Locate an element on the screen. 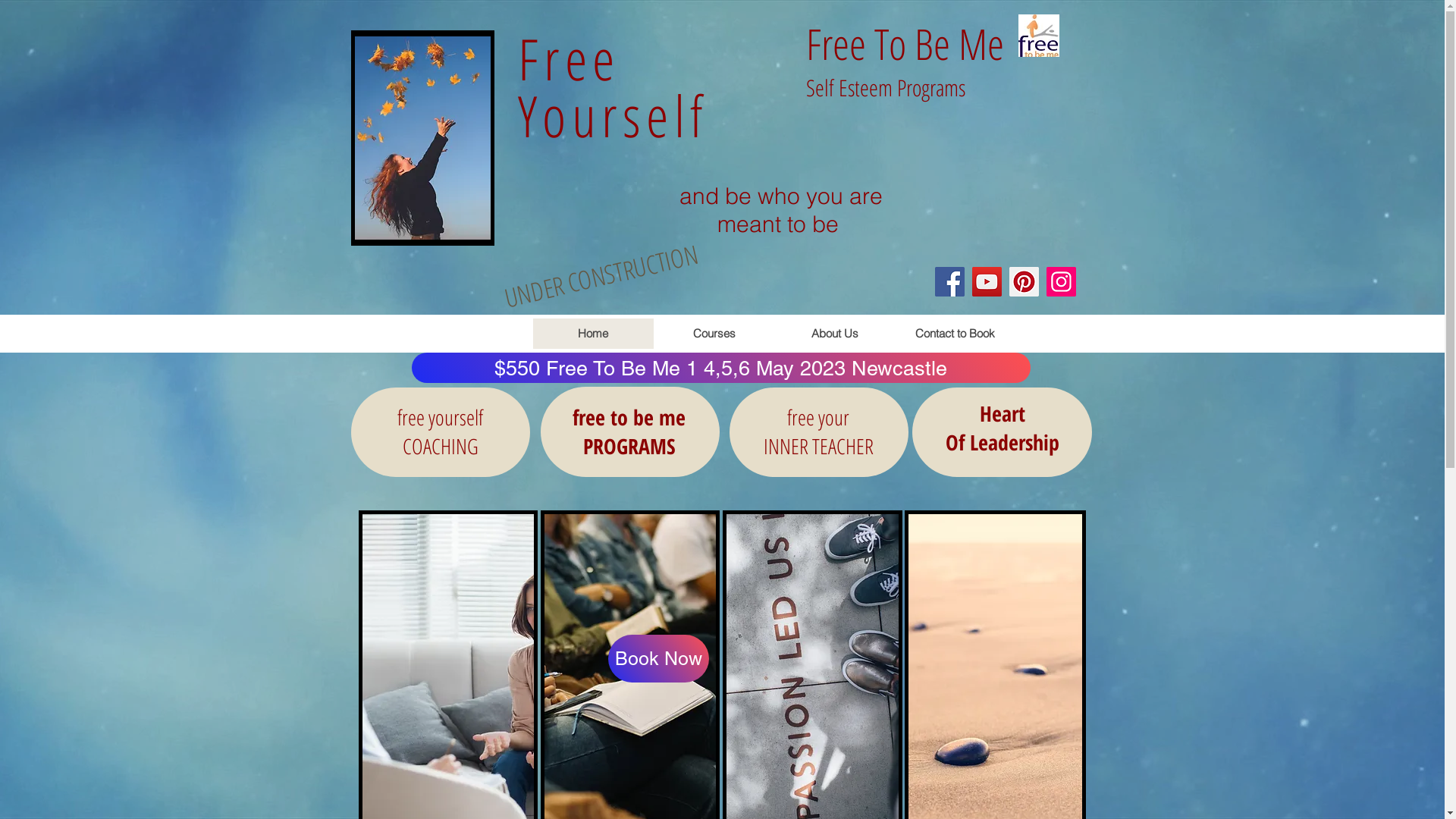 The height and width of the screenshot is (819, 1456). 'Courses' is located at coordinates (713, 332).